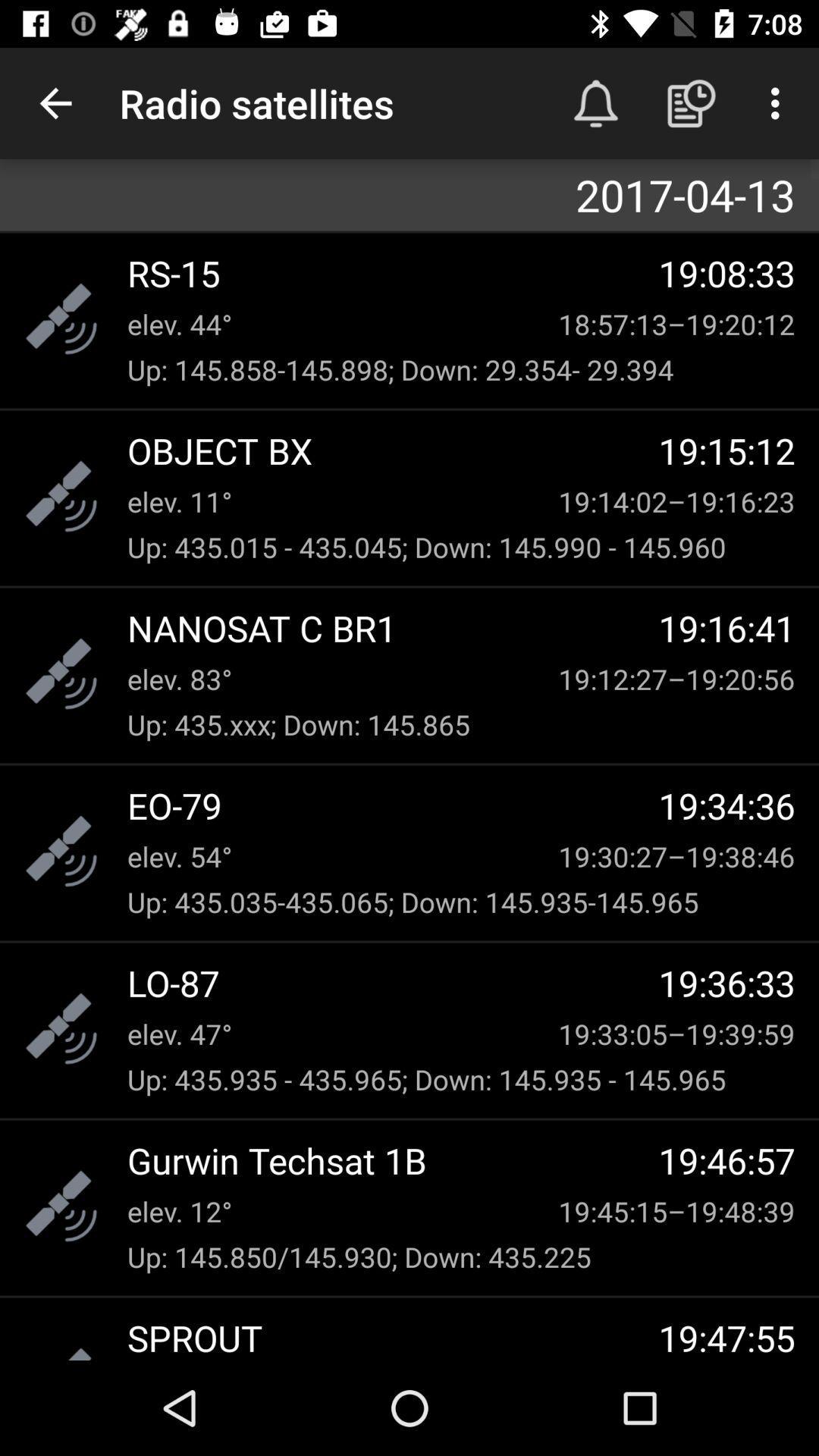  What do you see at coordinates (392, 628) in the screenshot?
I see `the nanosat c br1 icon` at bounding box center [392, 628].